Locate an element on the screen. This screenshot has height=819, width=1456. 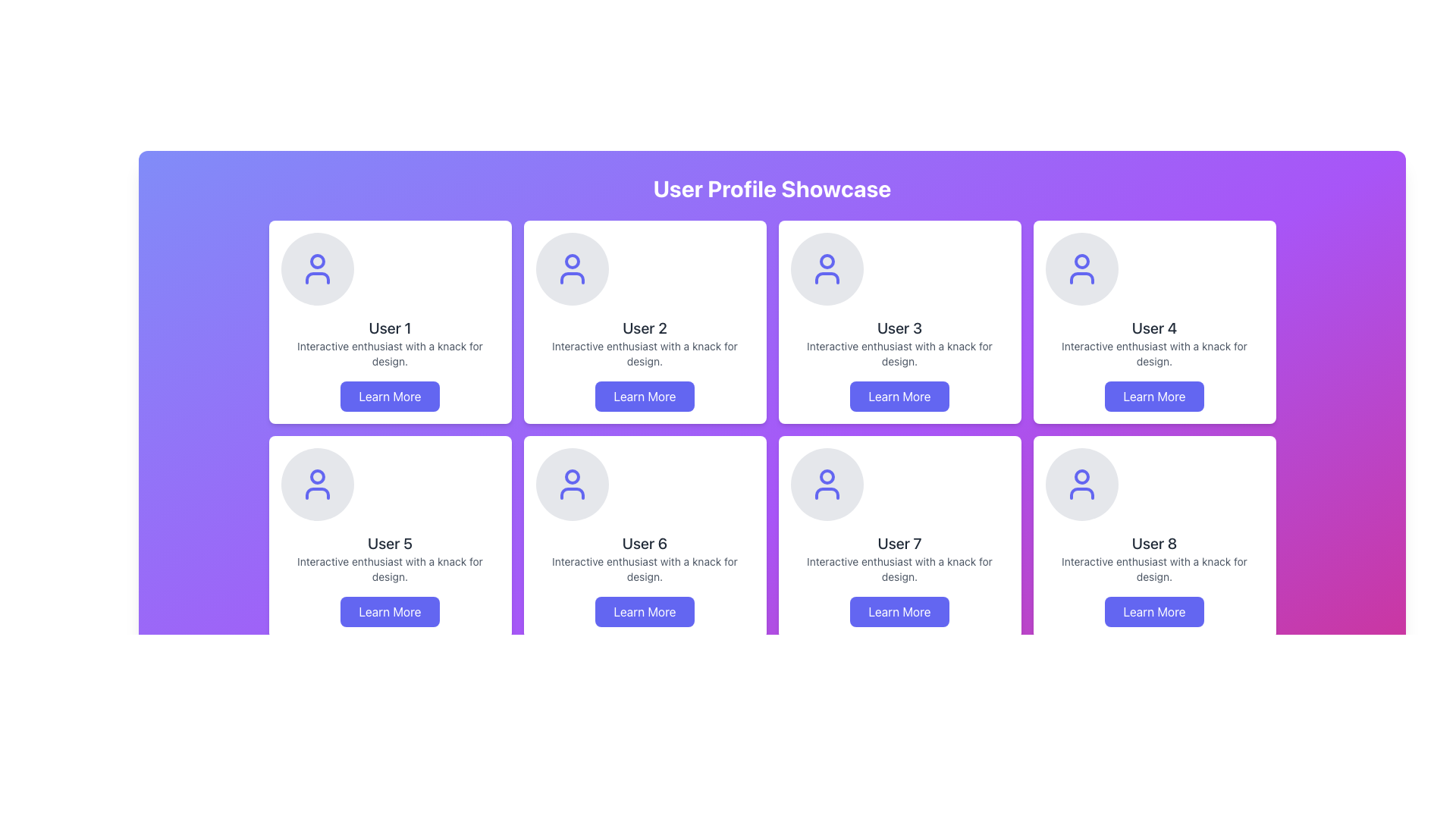
the 'Learn More' button located at the bottom center of the 'User 7' card to observe the style change is located at coordinates (899, 610).